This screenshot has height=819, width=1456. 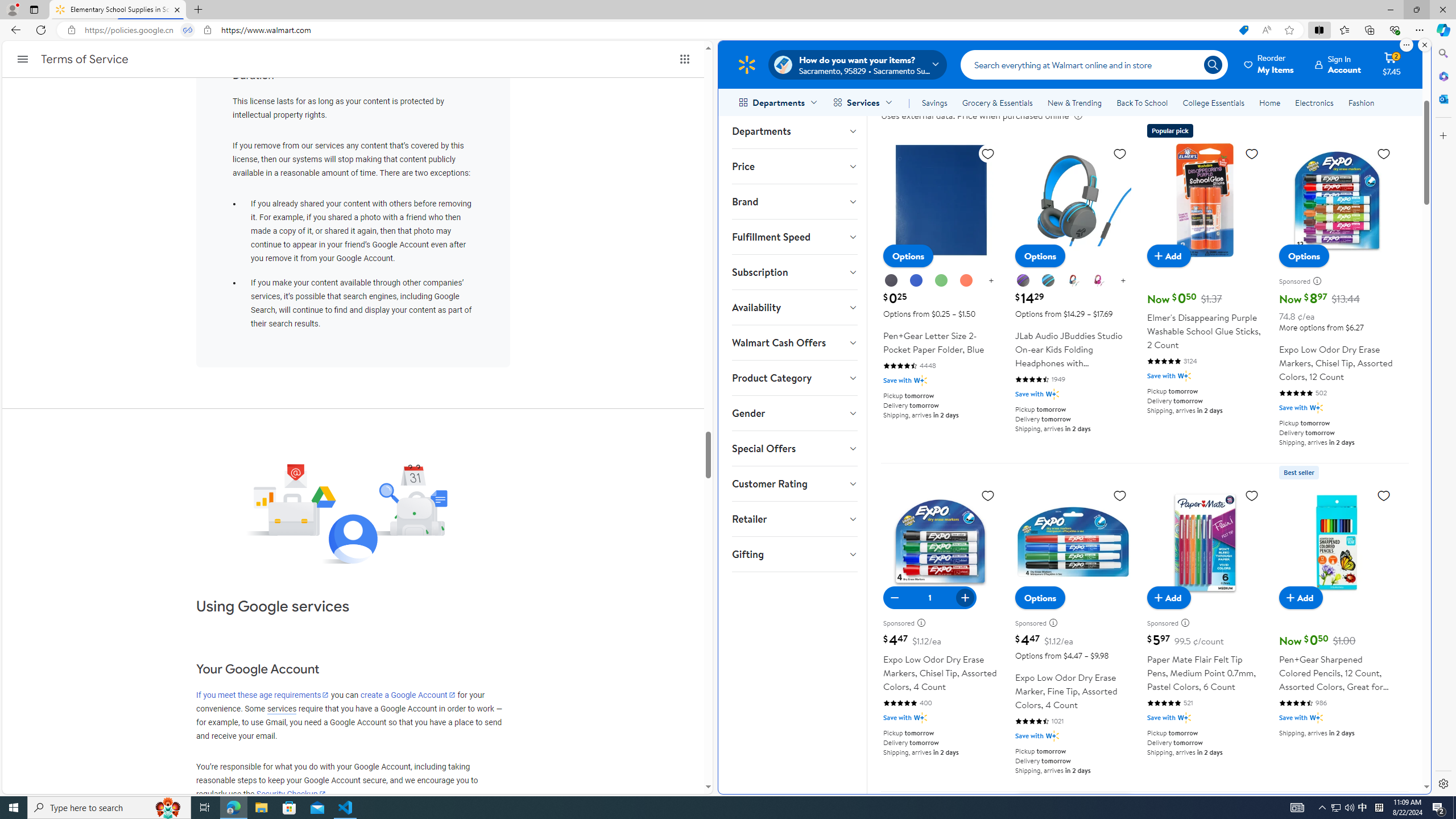 I want to click on 'Customize', so click(x=1442, y=135).